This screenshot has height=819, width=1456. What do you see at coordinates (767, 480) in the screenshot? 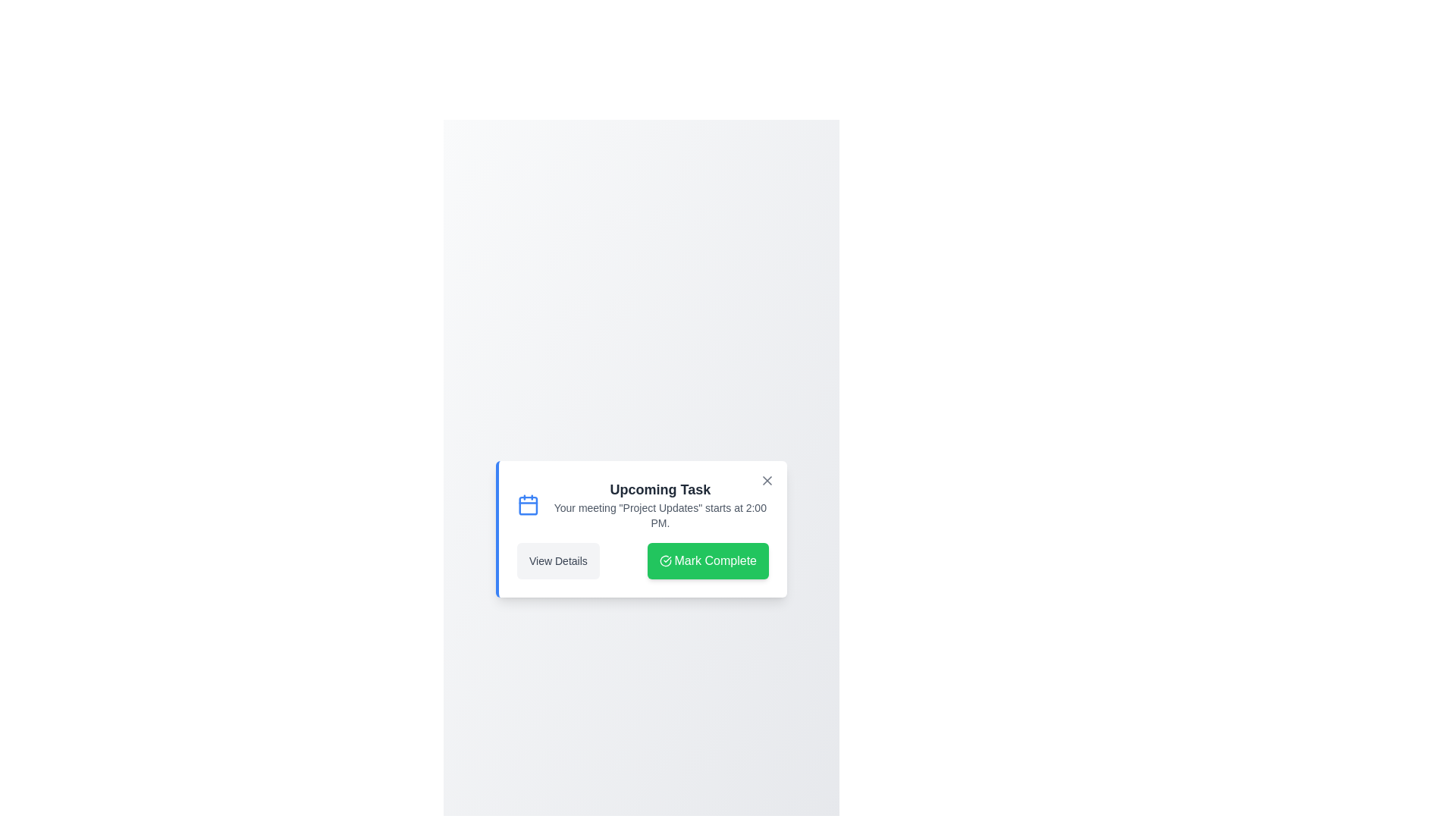
I see `the close button to dismiss the reminder alert` at bounding box center [767, 480].